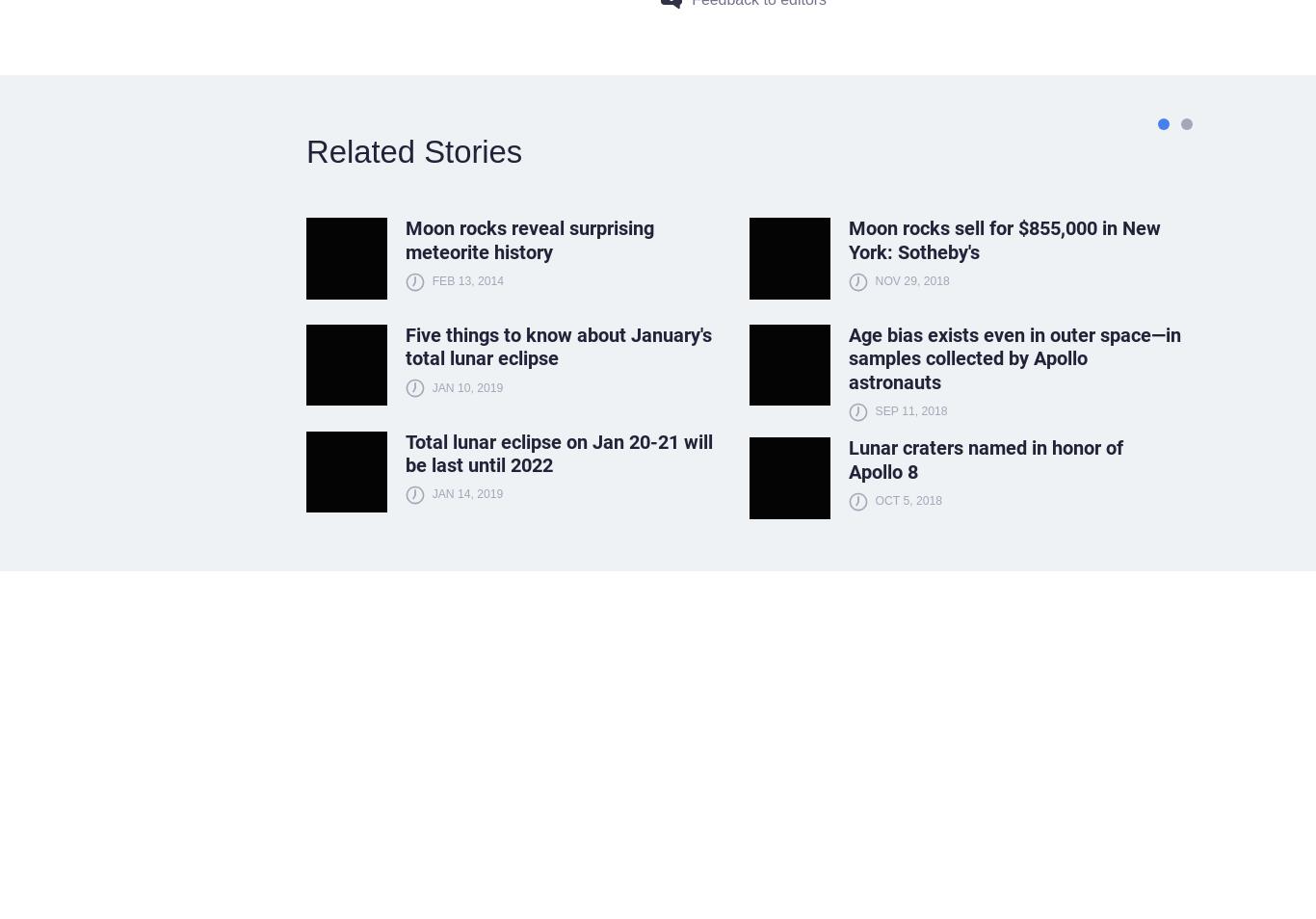  I want to click on 'Lunar craters named in honor of Apollo 8', so click(986, 459).